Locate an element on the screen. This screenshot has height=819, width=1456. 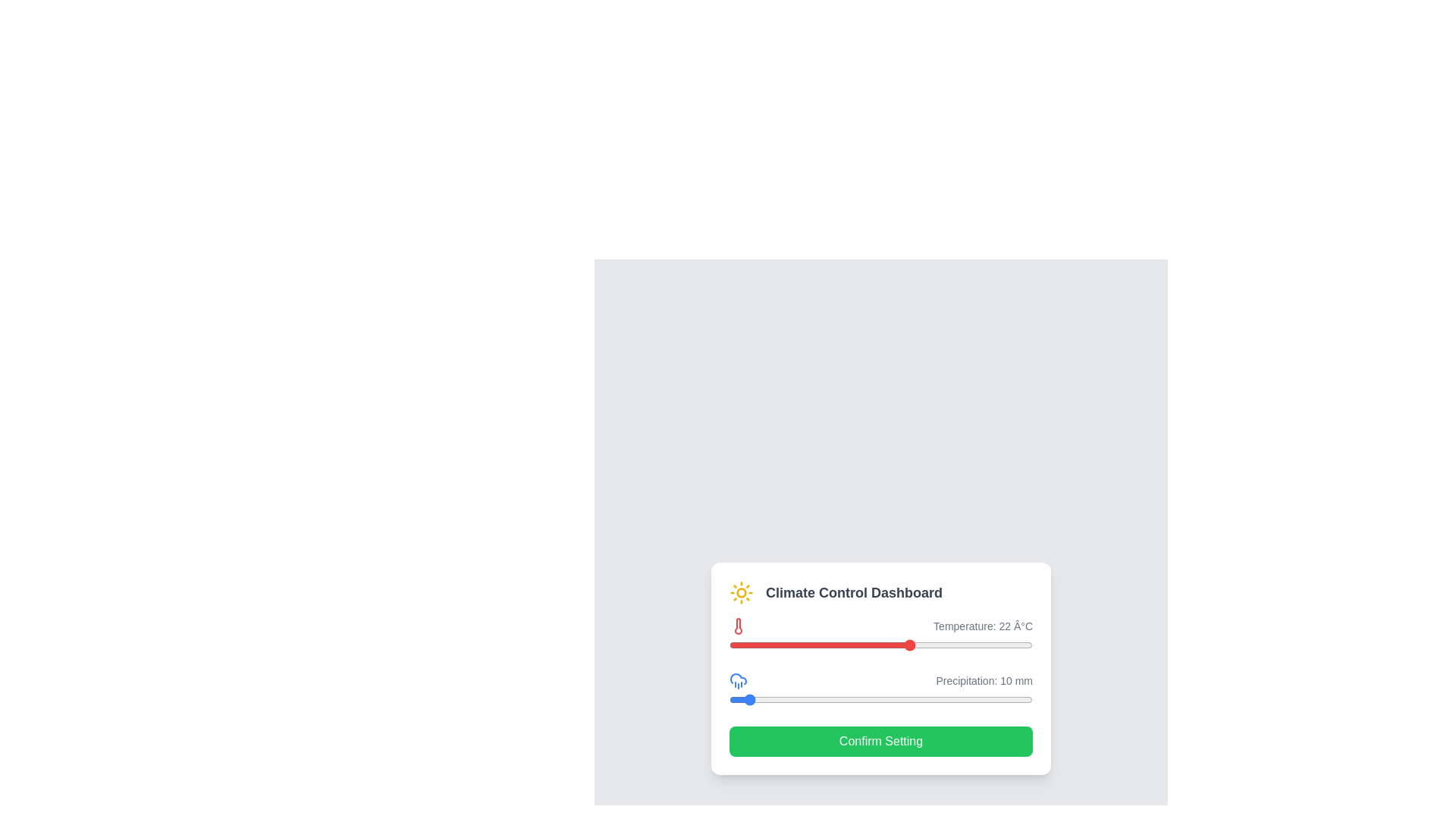
the precipitation slider to 4 mm is located at coordinates (735, 699).